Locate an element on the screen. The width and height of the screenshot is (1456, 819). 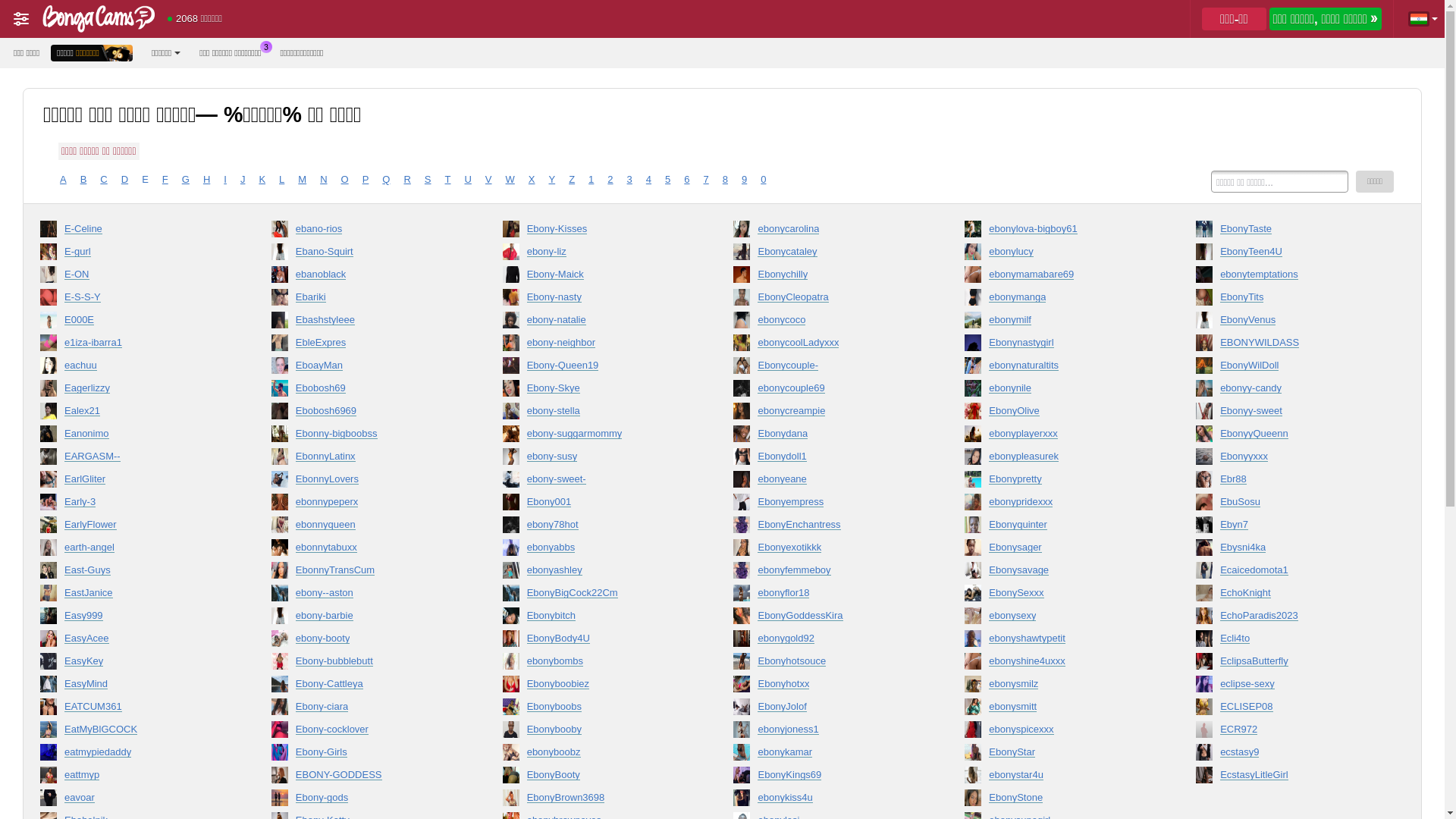
'ebonyjoness1' is located at coordinates (826, 731).